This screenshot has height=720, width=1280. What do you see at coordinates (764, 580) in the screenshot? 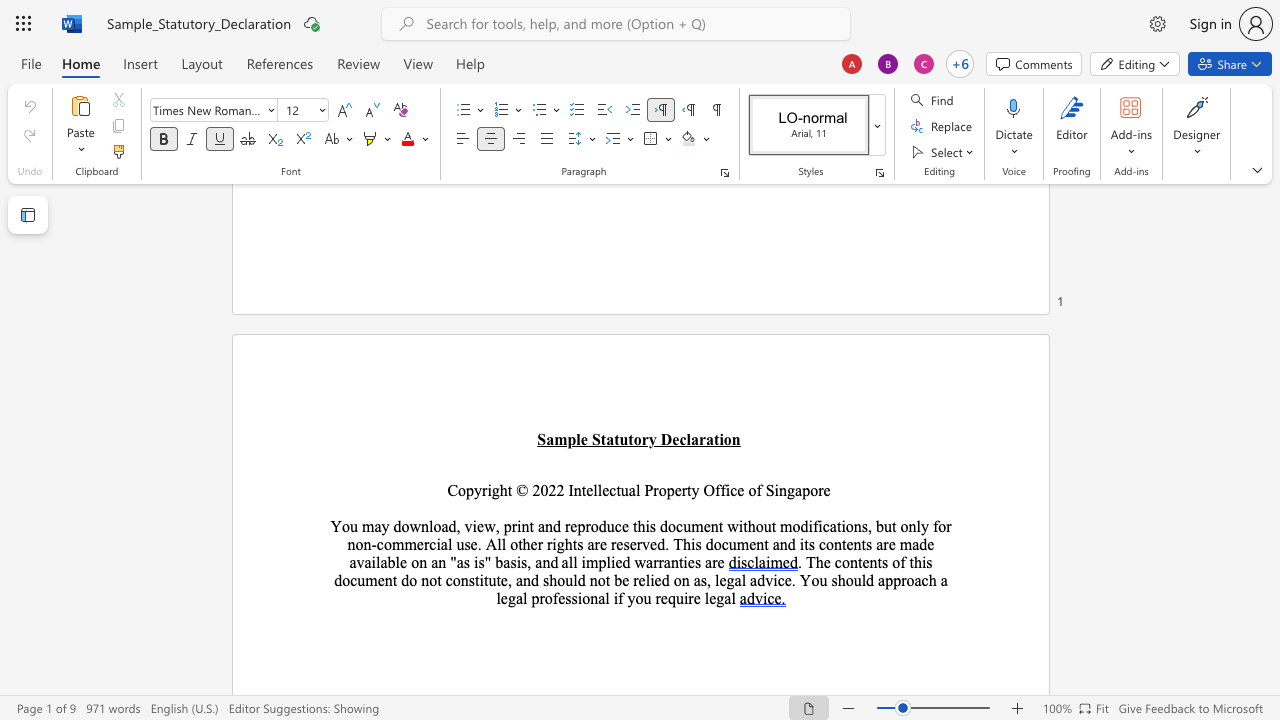
I see `the space between the continuous character "d" and "v" in the text` at bounding box center [764, 580].